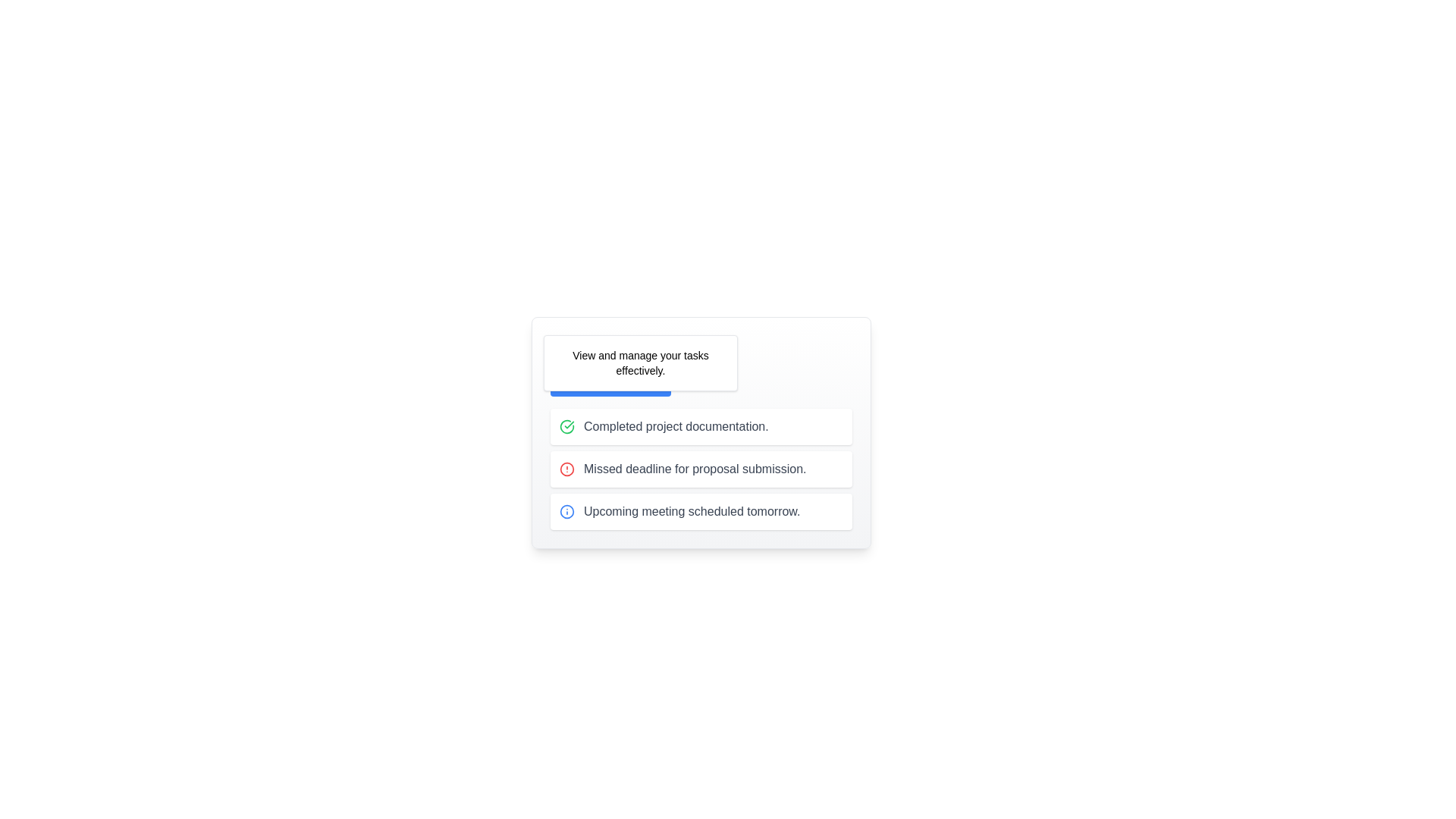  Describe the element at coordinates (675, 427) in the screenshot. I see `the Text label associated with a completed task, which is the first item in a vertical stack within its card-style layout` at that location.